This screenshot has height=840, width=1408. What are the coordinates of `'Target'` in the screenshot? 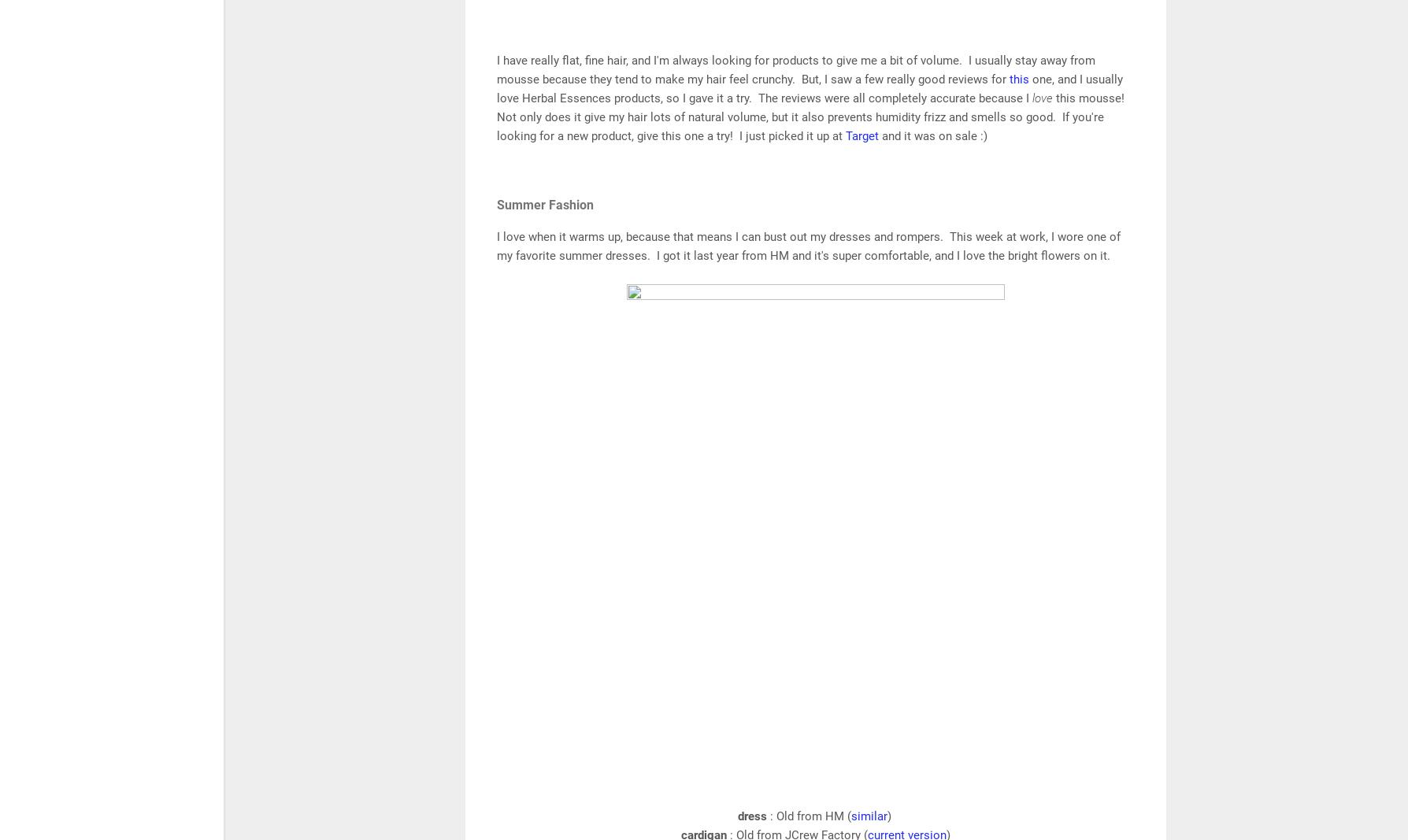 It's located at (863, 135).